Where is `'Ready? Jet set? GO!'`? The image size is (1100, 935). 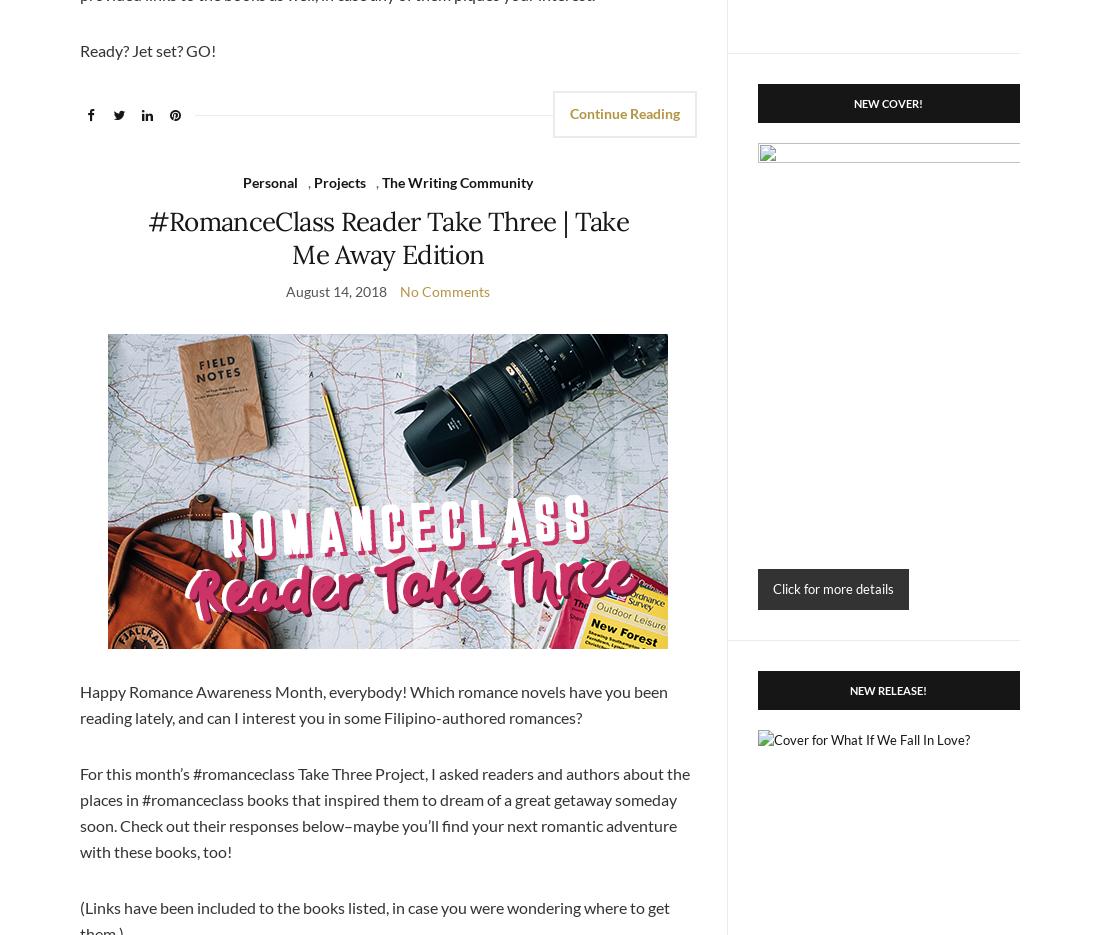 'Ready? Jet set? GO!' is located at coordinates (146, 50).